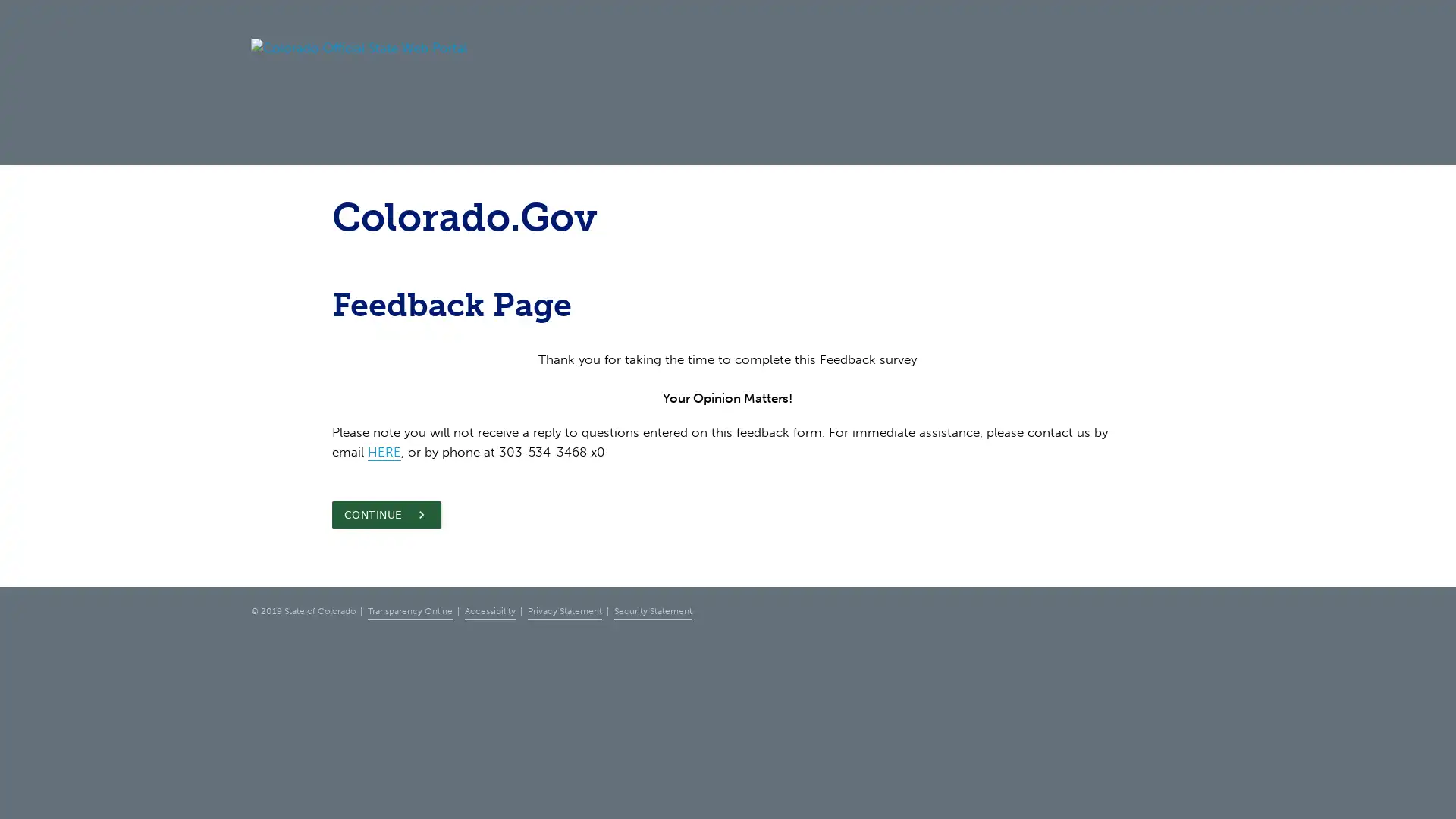 The width and height of the screenshot is (1456, 819). What do you see at coordinates (385, 513) in the screenshot?
I see `CONTINUE` at bounding box center [385, 513].